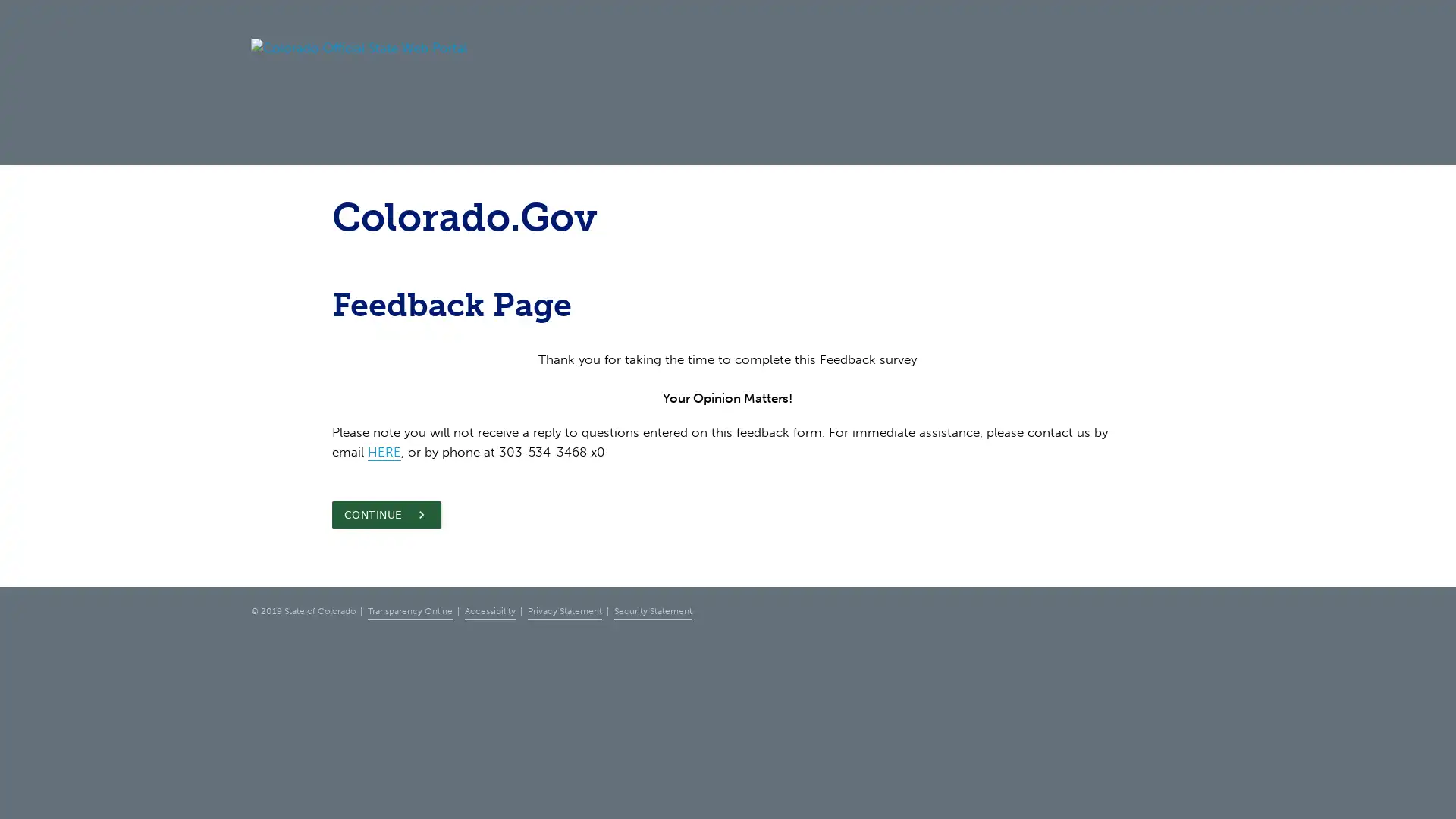 The width and height of the screenshot is (1456, 819). What do you see at coordinates (385, 513) in the screenshot?
I see `CONTINUE` at bounding box center [385, 513].